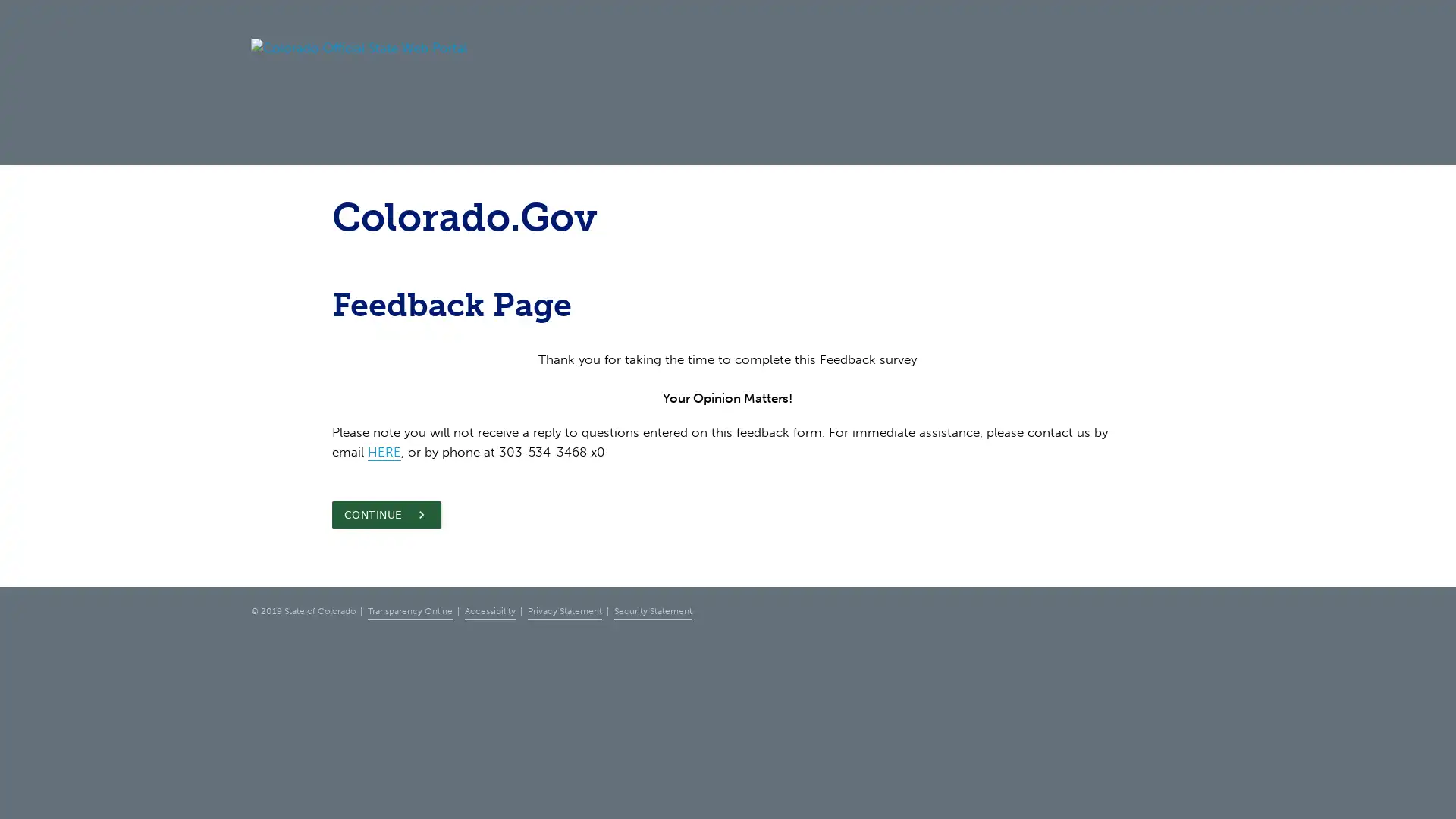 The width and height of the screenshot is (1456, 819). What do you see at coordinates (385, 513) in the screenshot?
I see `CONTINUE` at bounding box center [385, 513].